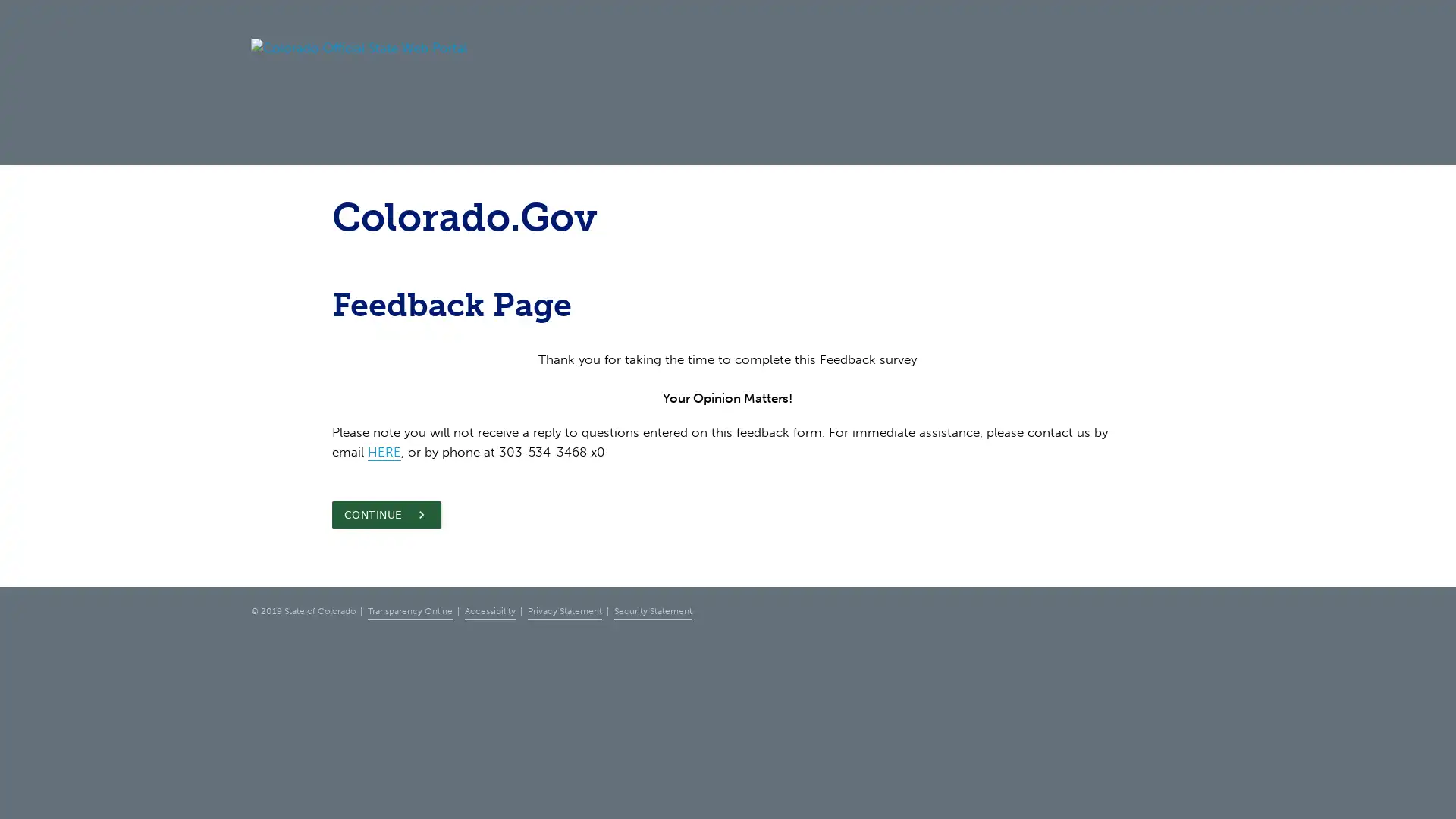 The width and height of the screenshot is (1456, 819). What do you see at coordinates (385, 513) in the screenshot?
I see `CONTINUE` at bounding box center [385, 513].